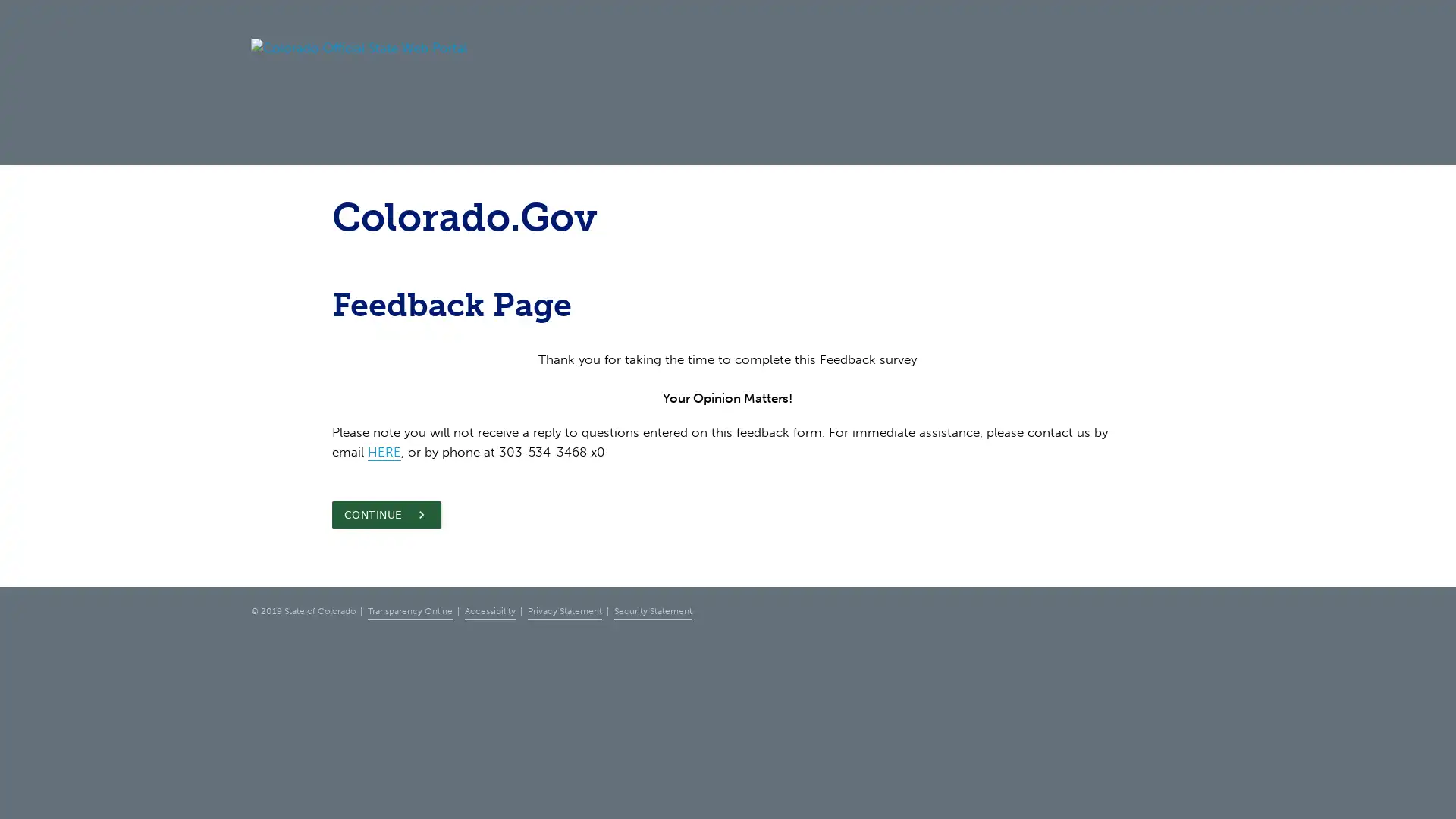 The width and height of the screenshot is (1456, 819). What do you see at coordinates (385, 513) in the screenshot?
I see `CONTINUE` at bounding box center [385, 513].